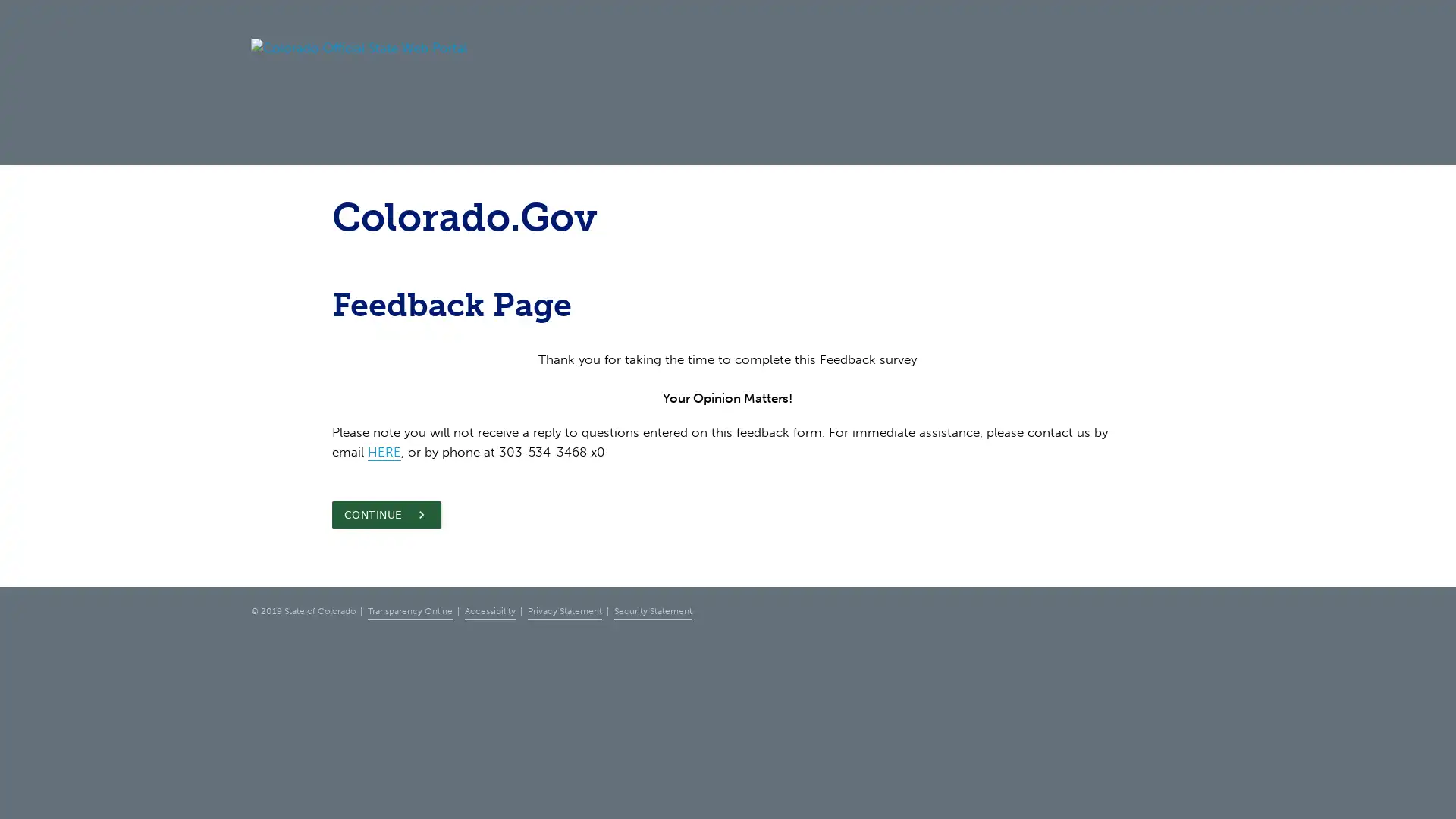 The width and height of the screenshot is (1456, 819). What do you see at coordinates (385, 513) in the screenshot?
I see `CONTINUE` at bounding box center [385, 513].